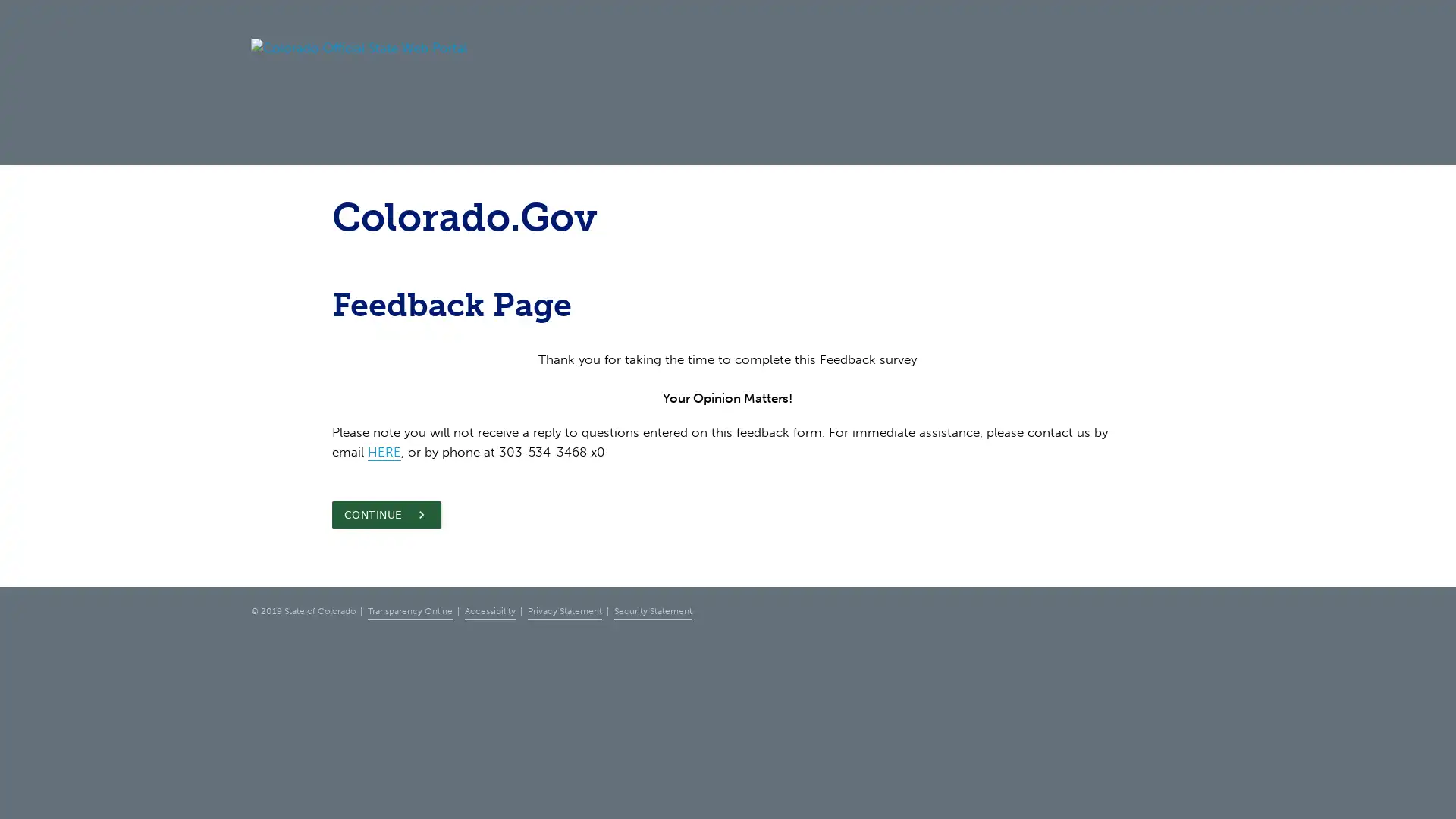 The width and height of the screenshot is (1456, 819). What do you see at coordinates (385, 513) in the screenshot?
I see `CONTINUE` at bounding box center [385, 513].